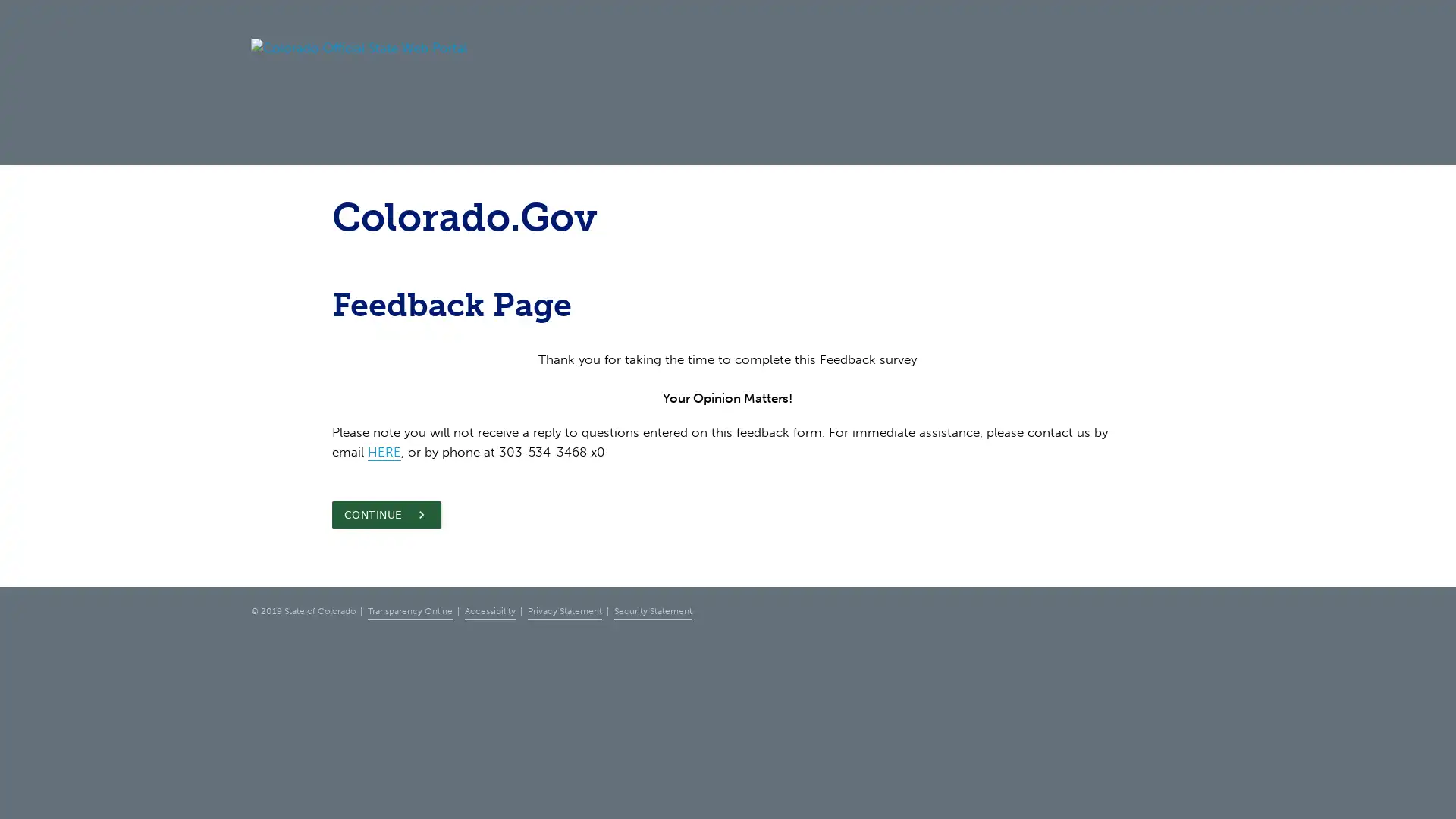 The width and height of the screenshot is (1456, 819). What do you see at coordinates (385, 513) in the screenshot?
I see `CONTINUE` at bounding box center [385, 513].